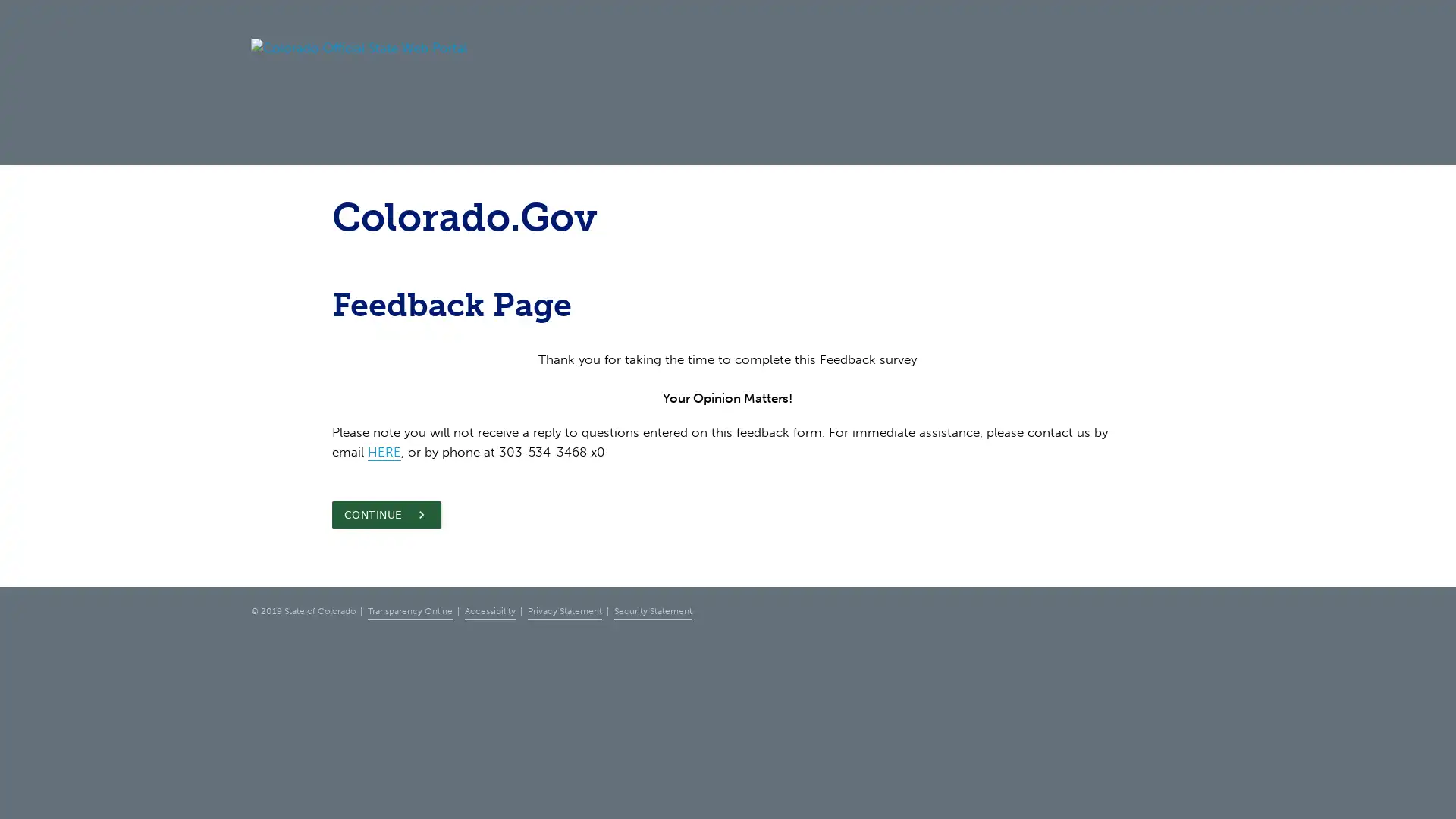 The width and height of the screenshot is (1456, 819). What do you see at coordinates (385, 513) in the screenshot?
I see `CONTINUE` at bounding box center [385, 513].